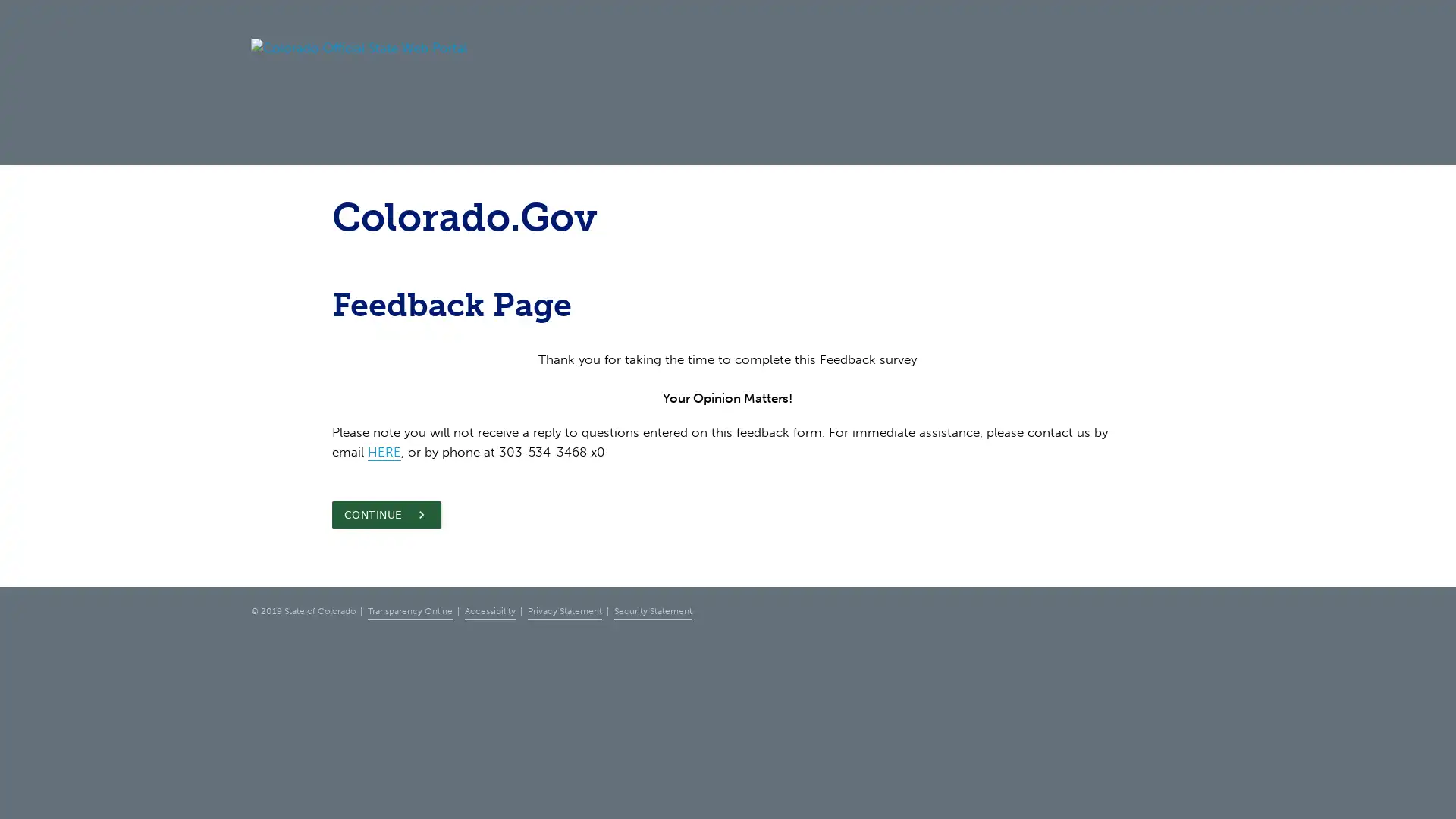 The width and height of the screenshot is (1456, 819). What do you see at coordinates (385, 513) in the screenshot?
I see `CONTINUE` at bounding box center [385, 513].